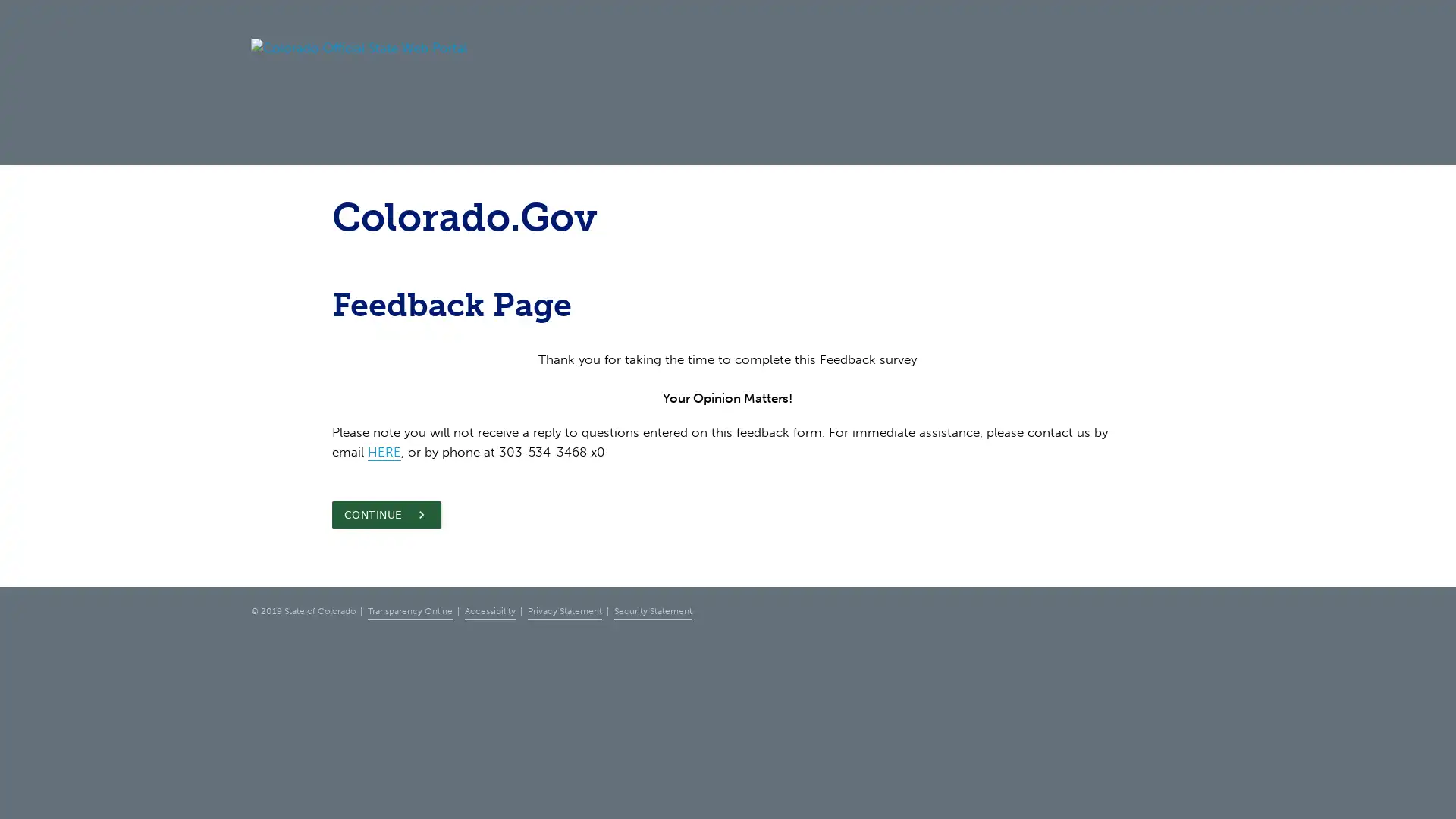 The width and height of the screenshot is (1456, 819). What do you see at coordinates (385, 513) in the screenshot?
I see `CONTINUE` at bounding box center [385, 513].